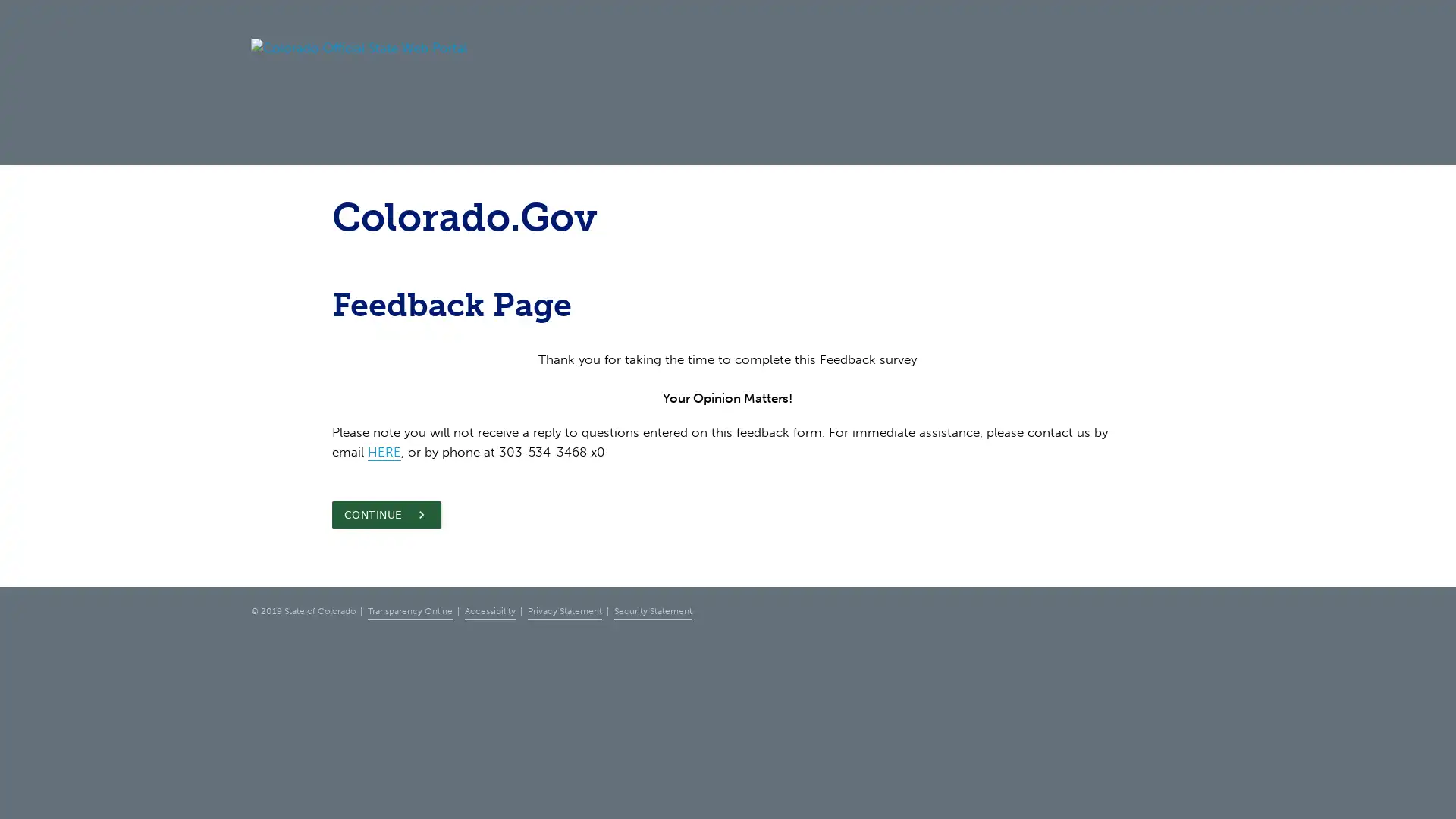 The width and height of the screenshot is (1456, 819). What do you see at coordinates (385, 513) in the screenshot?
I see `CONTINUE` at bounding box center [385, 513].